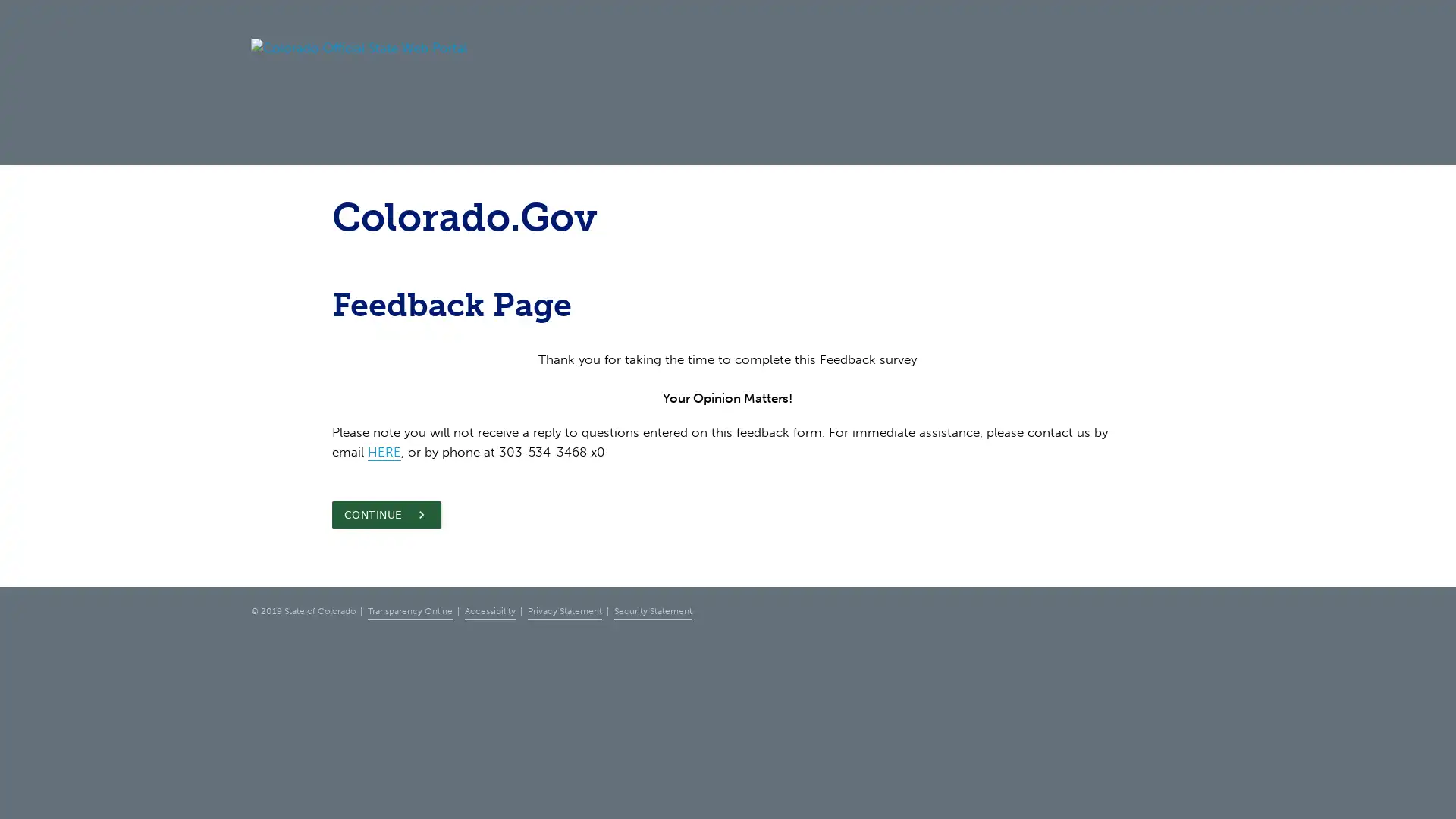 The width and height of the screenshot is (1456, 819). What do you see at coordinates (385, 513) in the screenshot?
I see `CONTINUE` at bounding box center [385, 513].